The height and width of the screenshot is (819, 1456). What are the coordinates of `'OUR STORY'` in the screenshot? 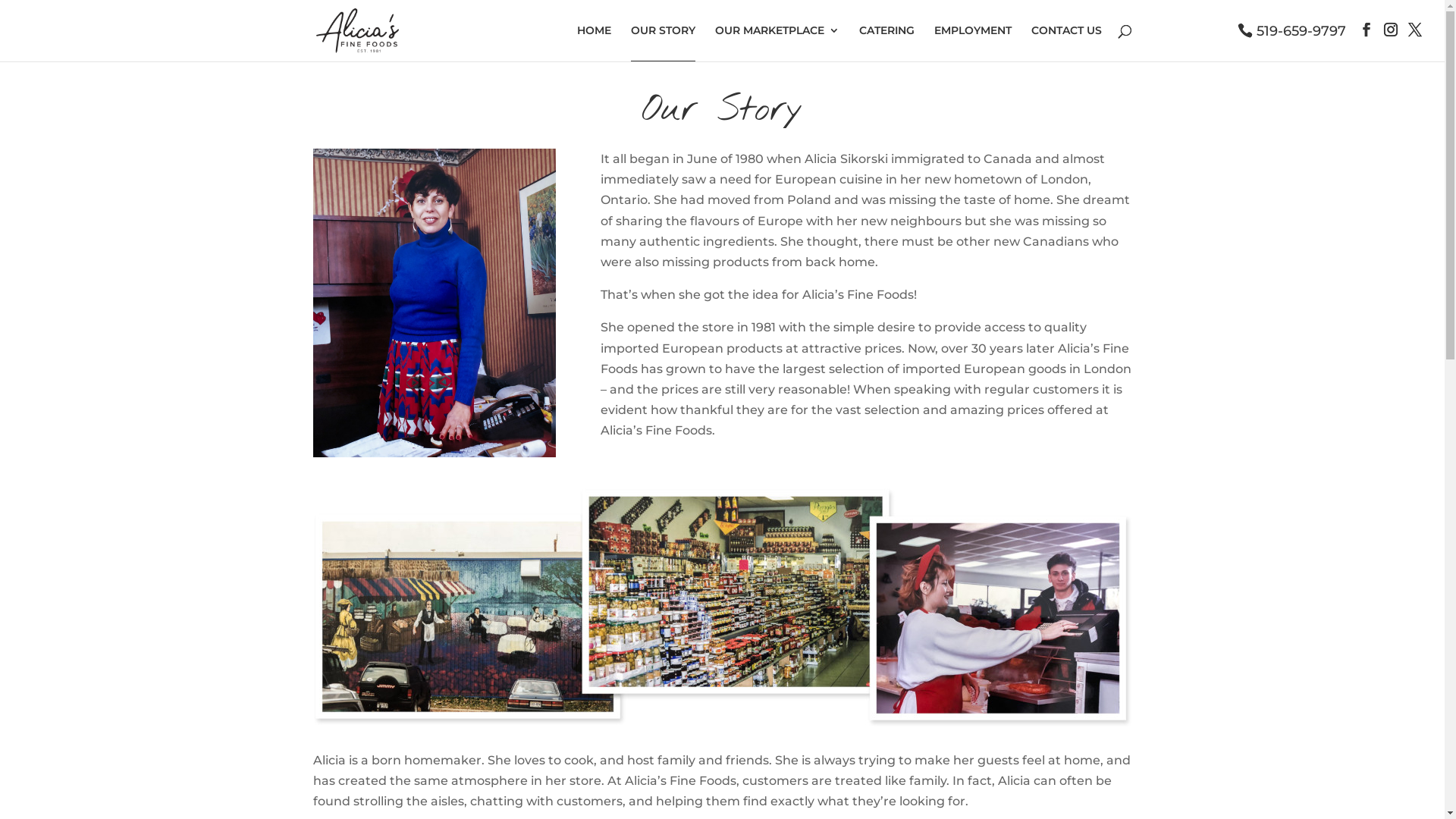 It's located at (663, 42).